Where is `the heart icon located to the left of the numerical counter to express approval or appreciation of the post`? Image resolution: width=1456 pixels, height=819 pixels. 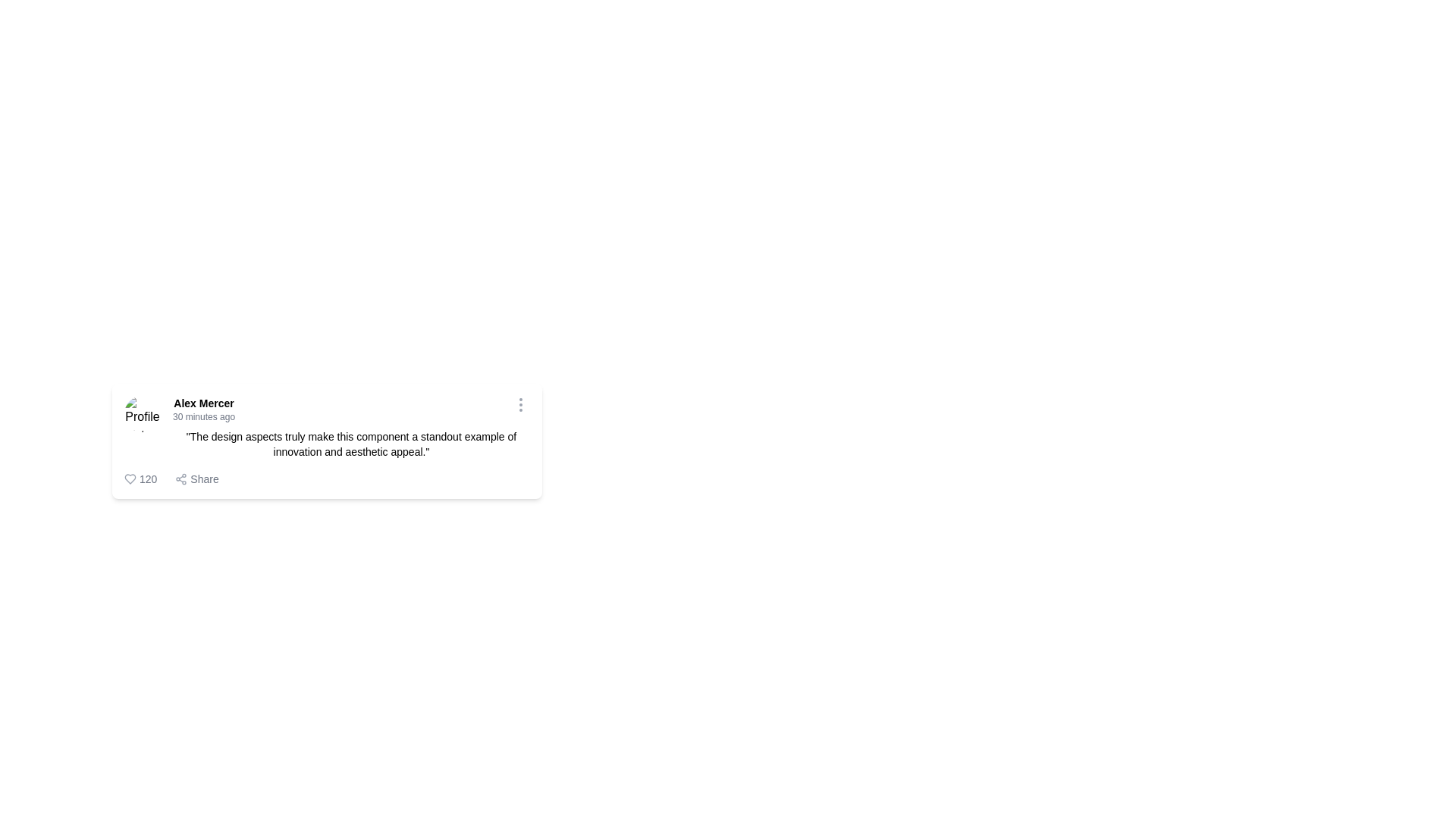 the heart icon located to the left of the numerical counter to express approval or appreciation of the post is located at coordinates (130, 479).